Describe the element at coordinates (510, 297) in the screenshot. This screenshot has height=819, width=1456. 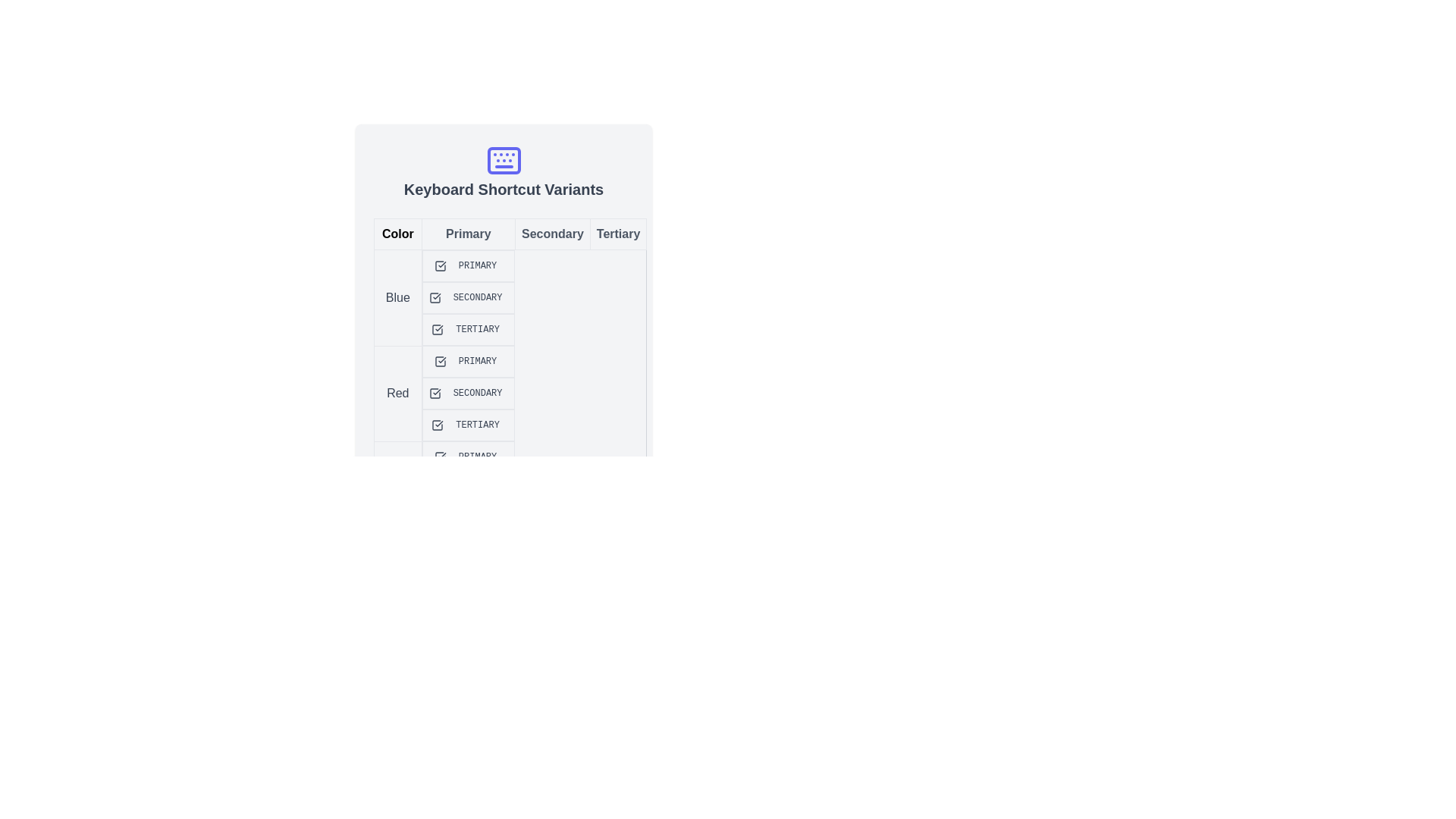
I see `the secondary action button located in the 'Blue' category, which is the second entry in the 'Blue' row under the 'Secondary' column` at that location.